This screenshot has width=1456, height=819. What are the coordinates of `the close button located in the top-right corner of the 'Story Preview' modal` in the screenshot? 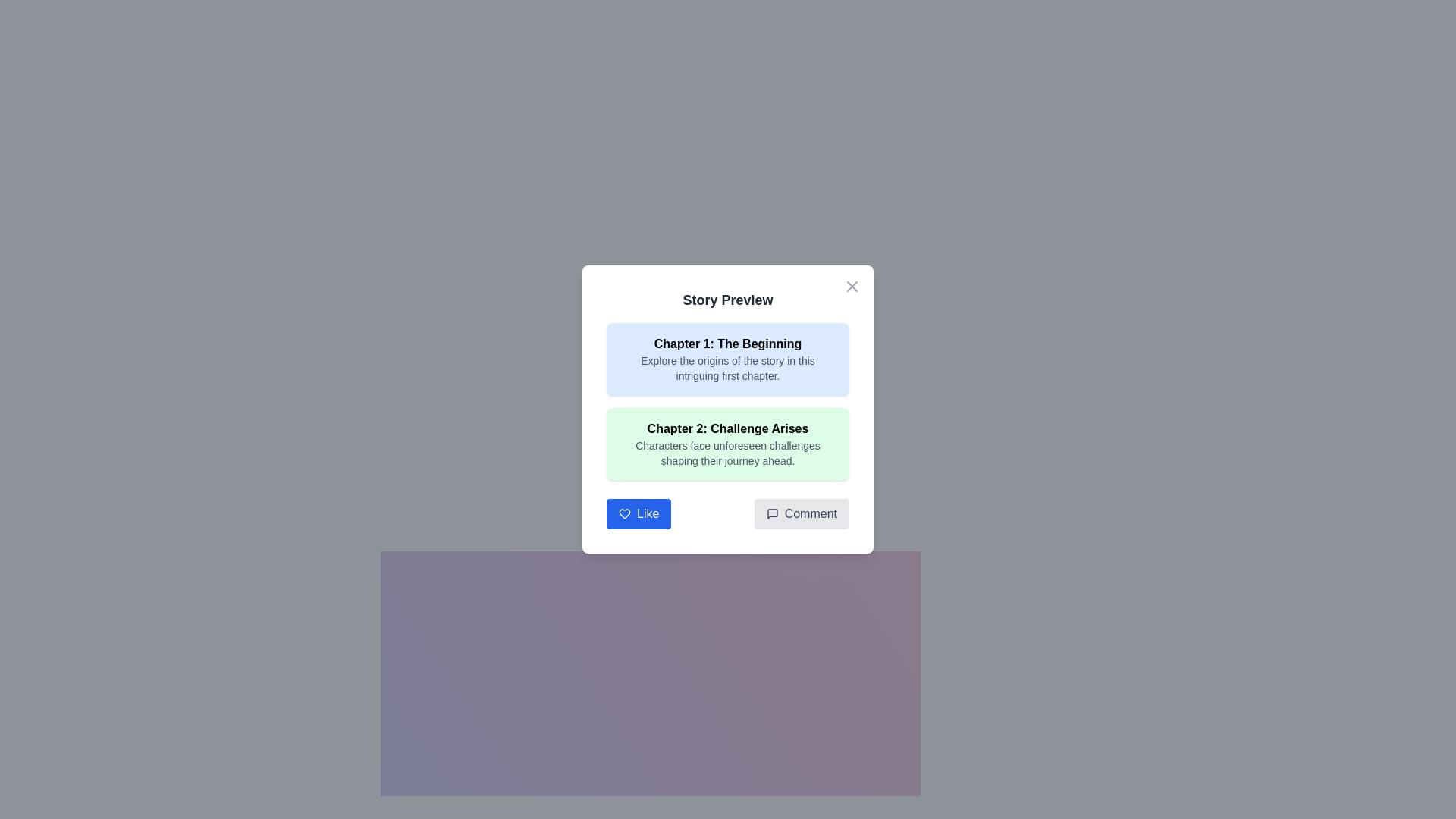 It's located at (852, 287).